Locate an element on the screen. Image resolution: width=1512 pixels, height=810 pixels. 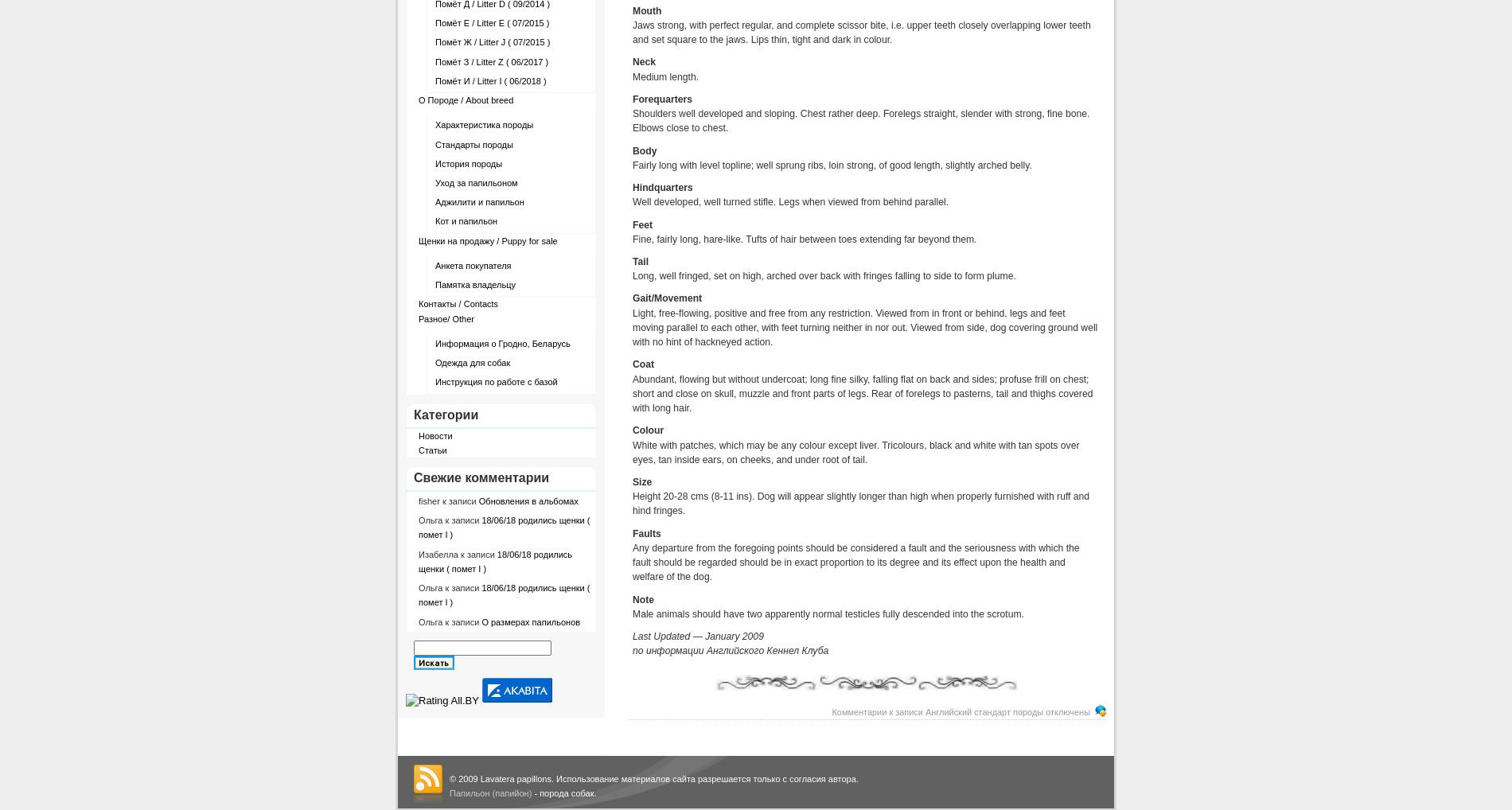
'© 2009 Lavatera papillons. Использование материалов сайта разрешается только с согласия автора.' is located at coordinates (653, 777).